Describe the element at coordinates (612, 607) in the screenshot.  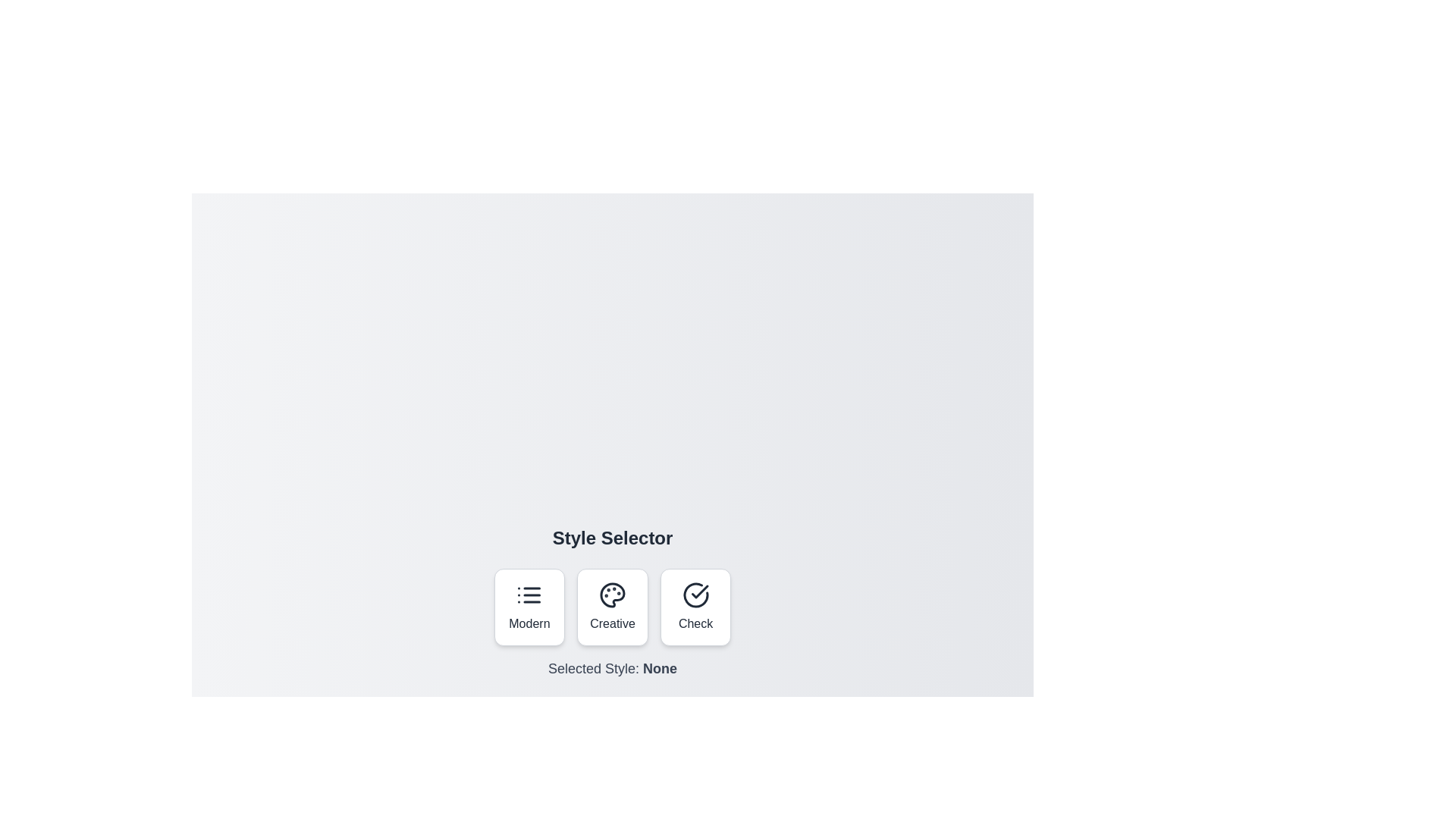
I see `the style button labeled Creative` at that location.